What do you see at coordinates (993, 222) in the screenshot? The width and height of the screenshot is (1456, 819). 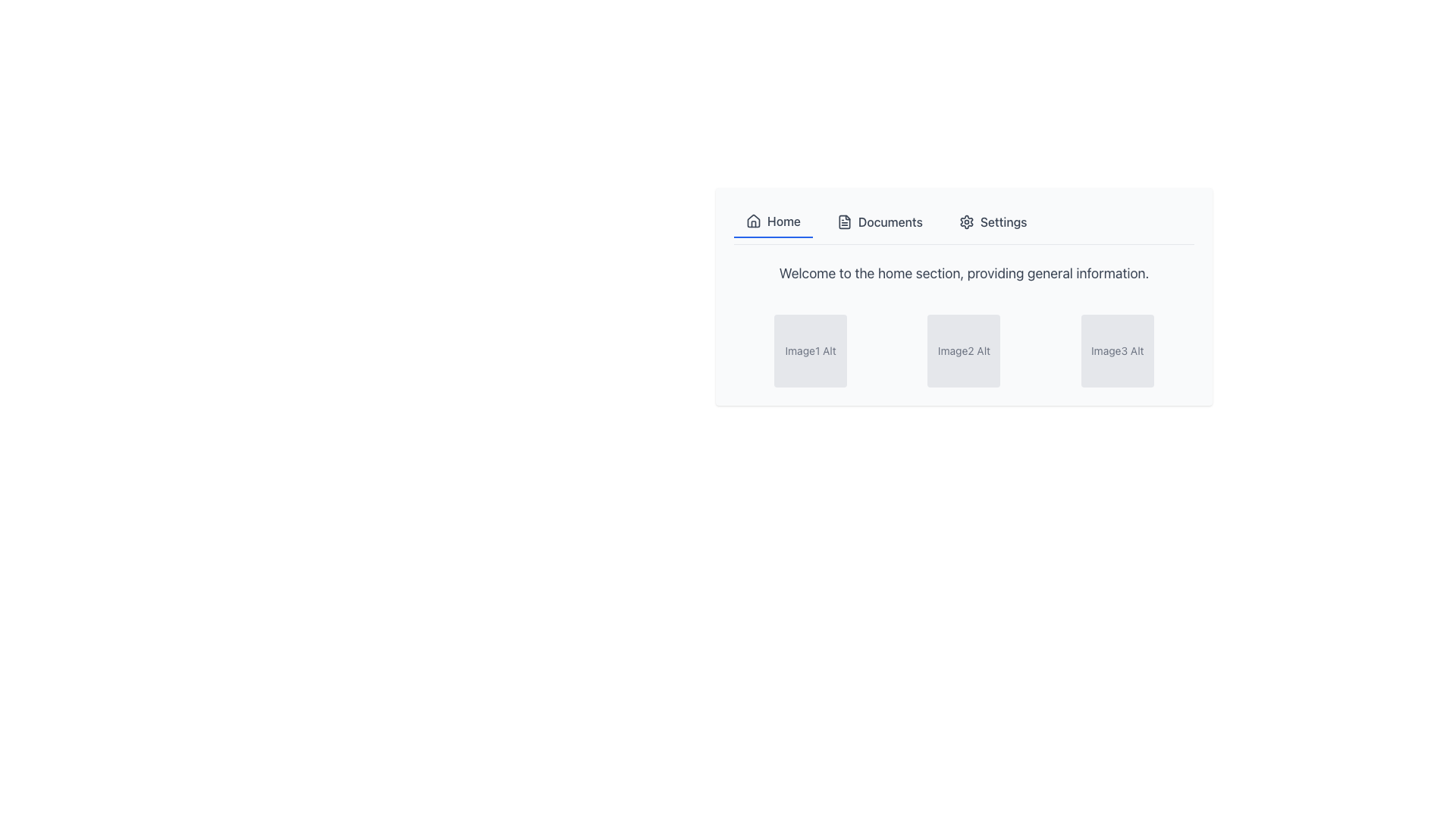 I see `the third button in the horizontal navigation bar` at bounding box center [993, 222].